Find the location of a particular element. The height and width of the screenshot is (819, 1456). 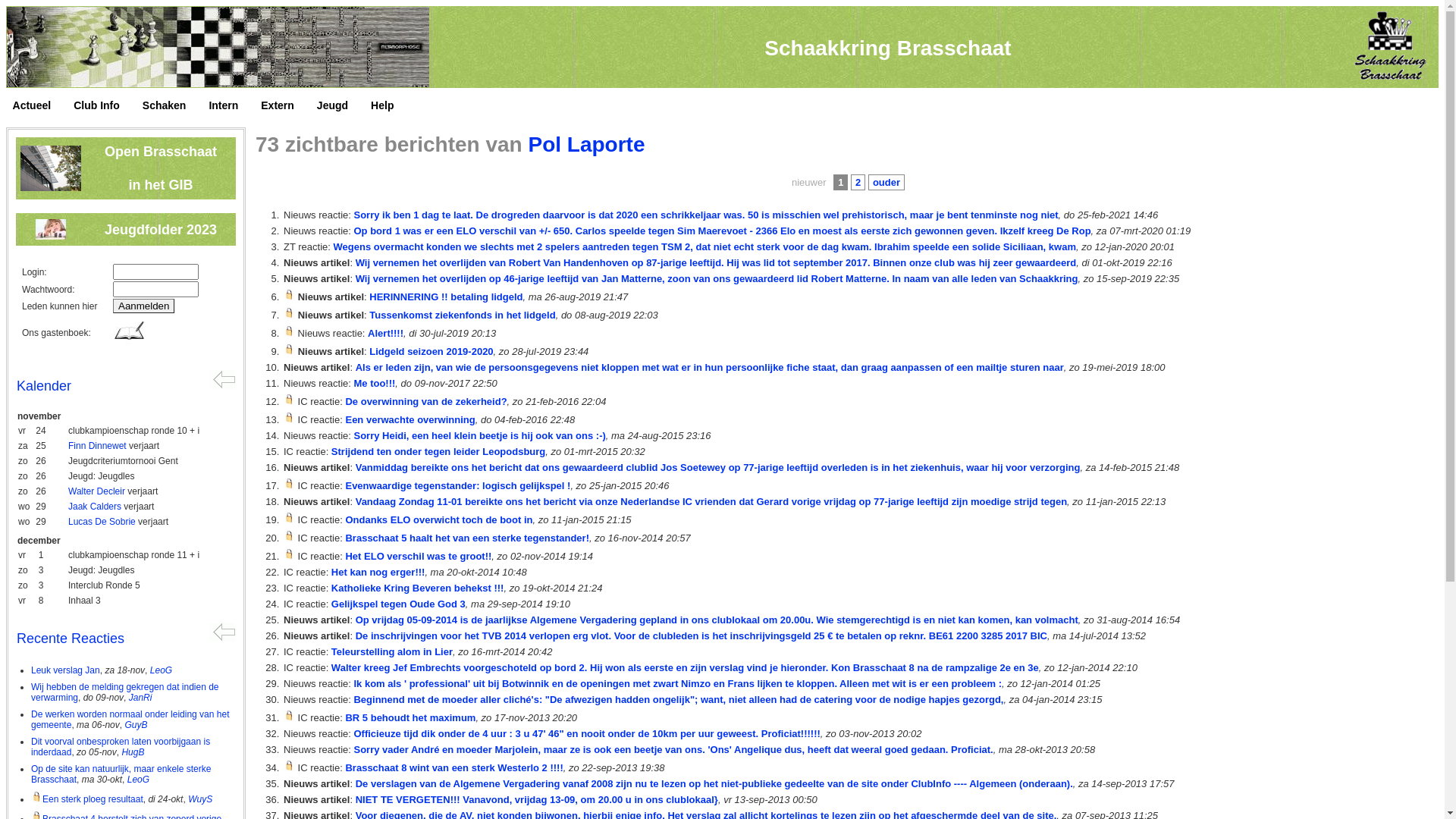

'Lidgeld seizoen 2019-2020' is located at coordinates (430, 351).